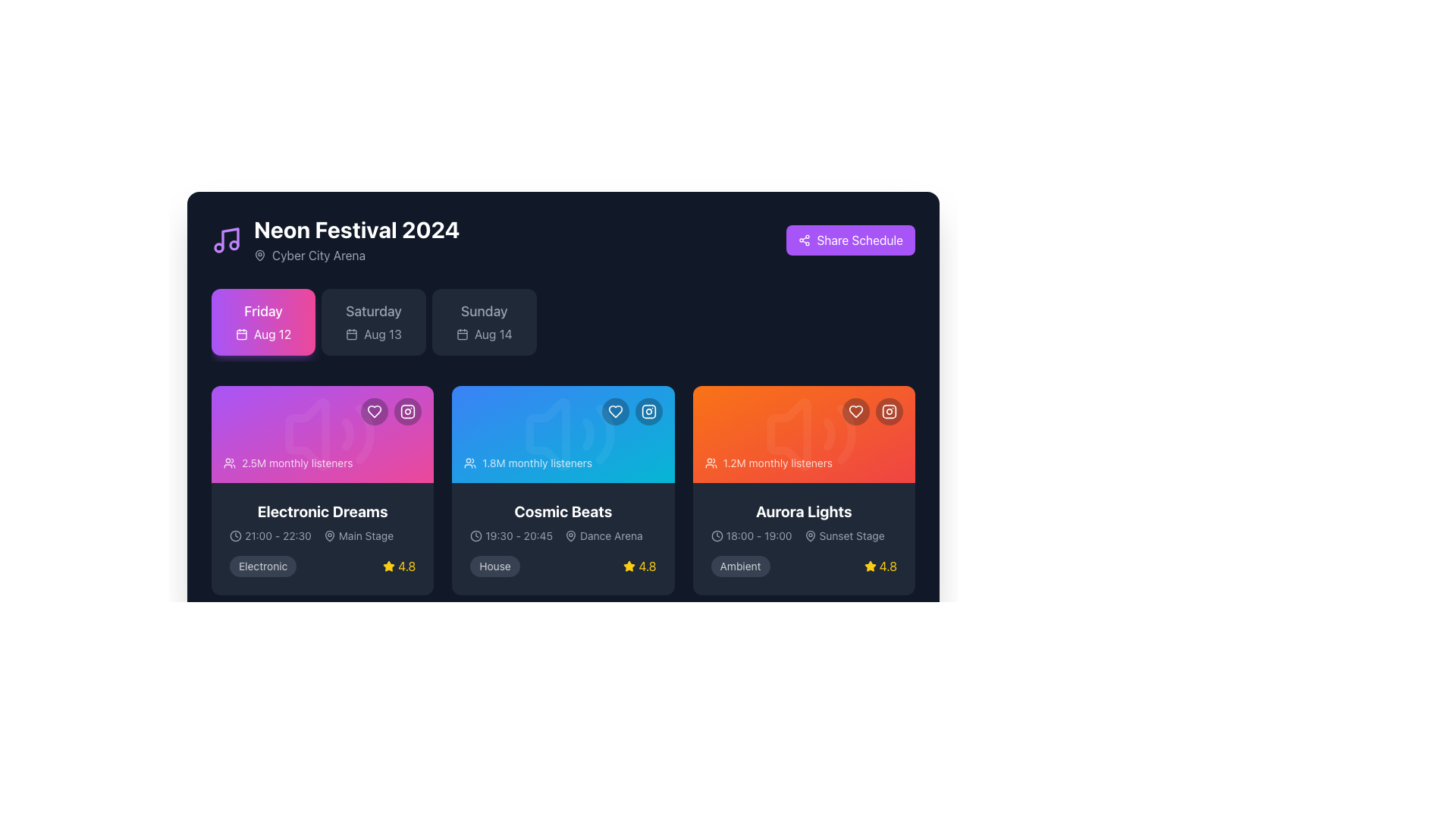 This screenshot has height=819, width=1456. What do you see at coordinates (604, 435) in the screenshot?
I see `the third stroke element of the curved graphical design resembling a quarter-circle arc within the 'Cosmic Beats' event card, located at the top-right area of the blue card` at bounding box center [604, 435].